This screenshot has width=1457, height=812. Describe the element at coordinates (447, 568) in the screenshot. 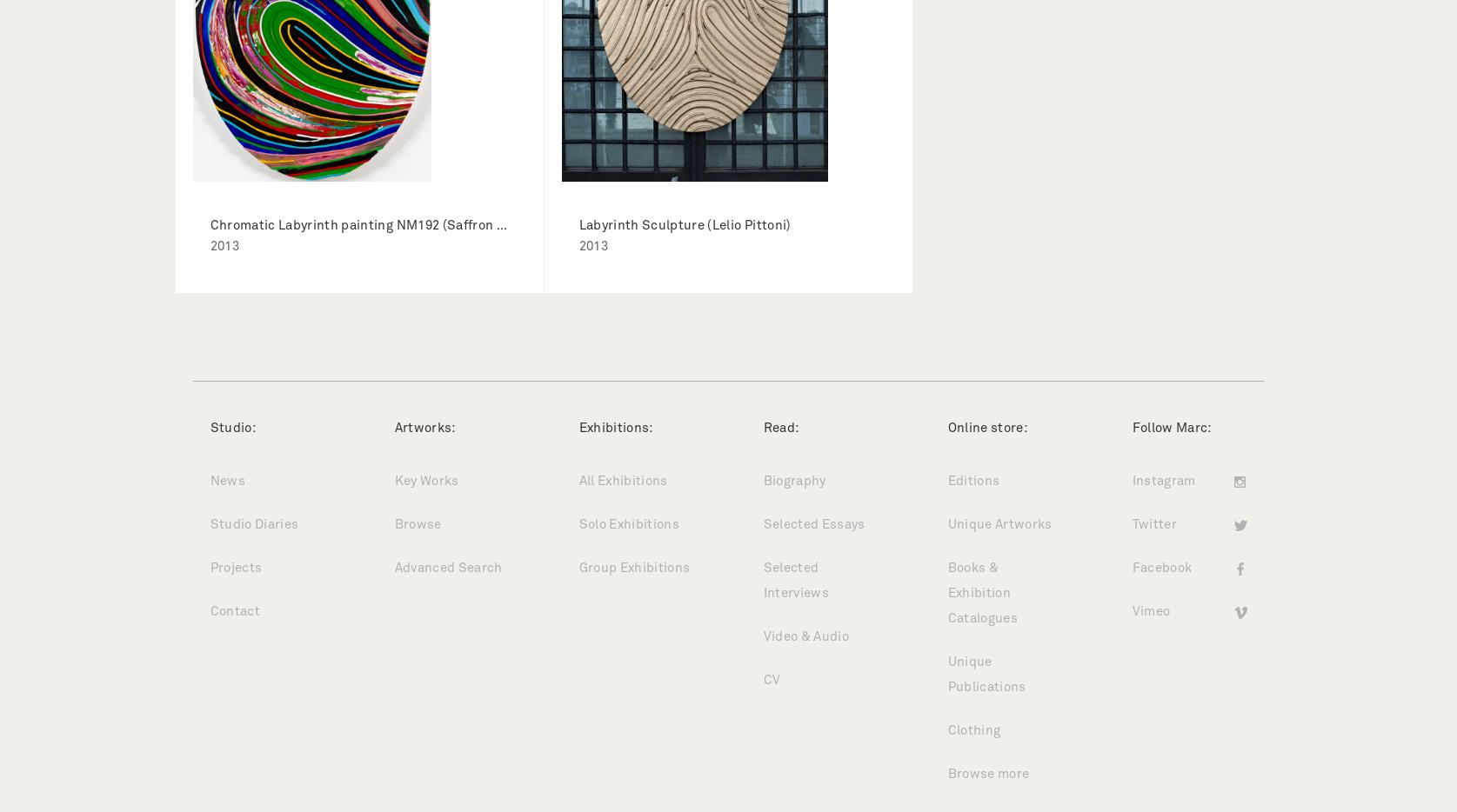

I see `'Advanced Search'` at that location.